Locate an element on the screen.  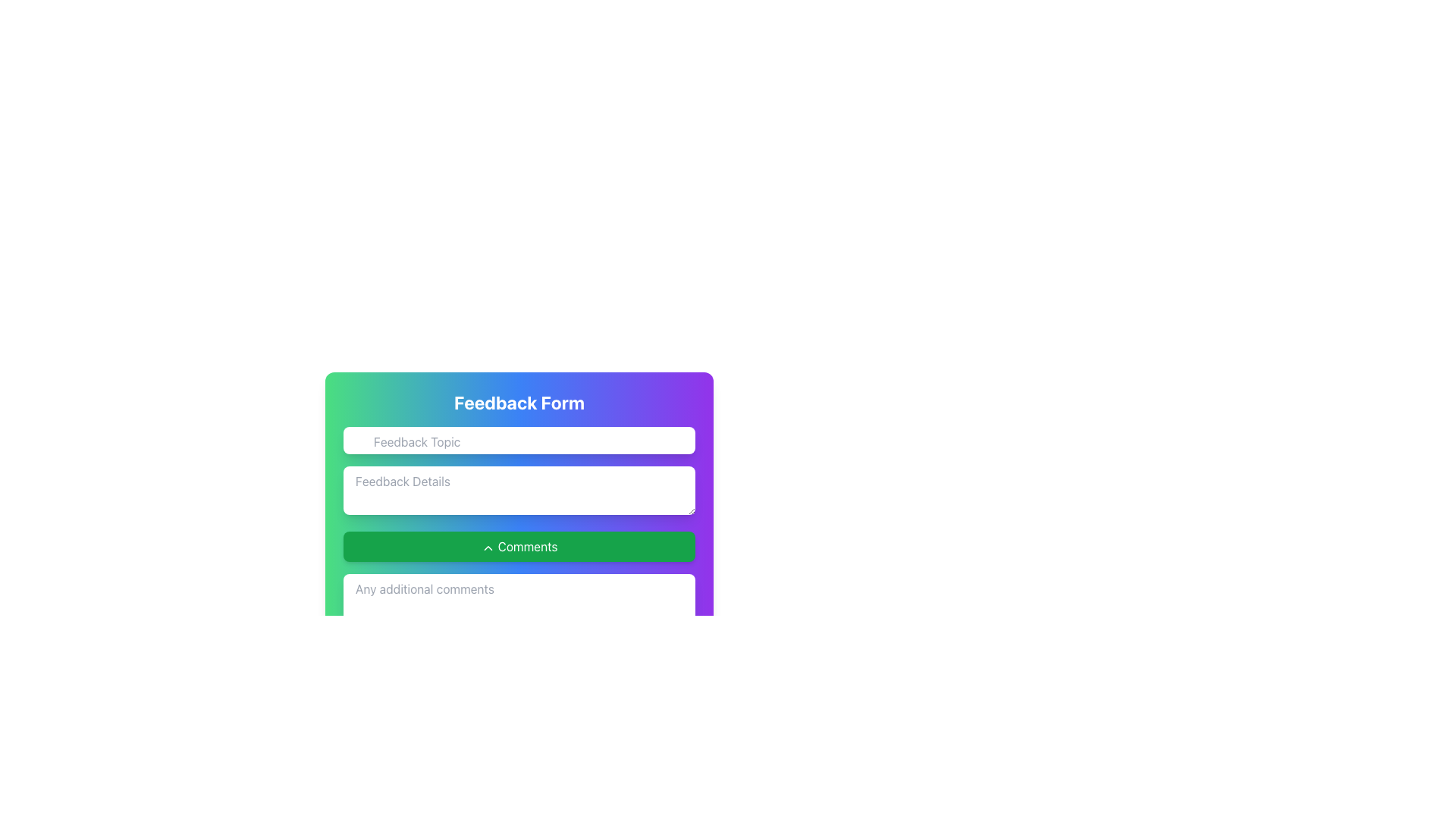
the minimalist upward arrow icon located within the 'Comments' button is located at coordinates (488, 548).